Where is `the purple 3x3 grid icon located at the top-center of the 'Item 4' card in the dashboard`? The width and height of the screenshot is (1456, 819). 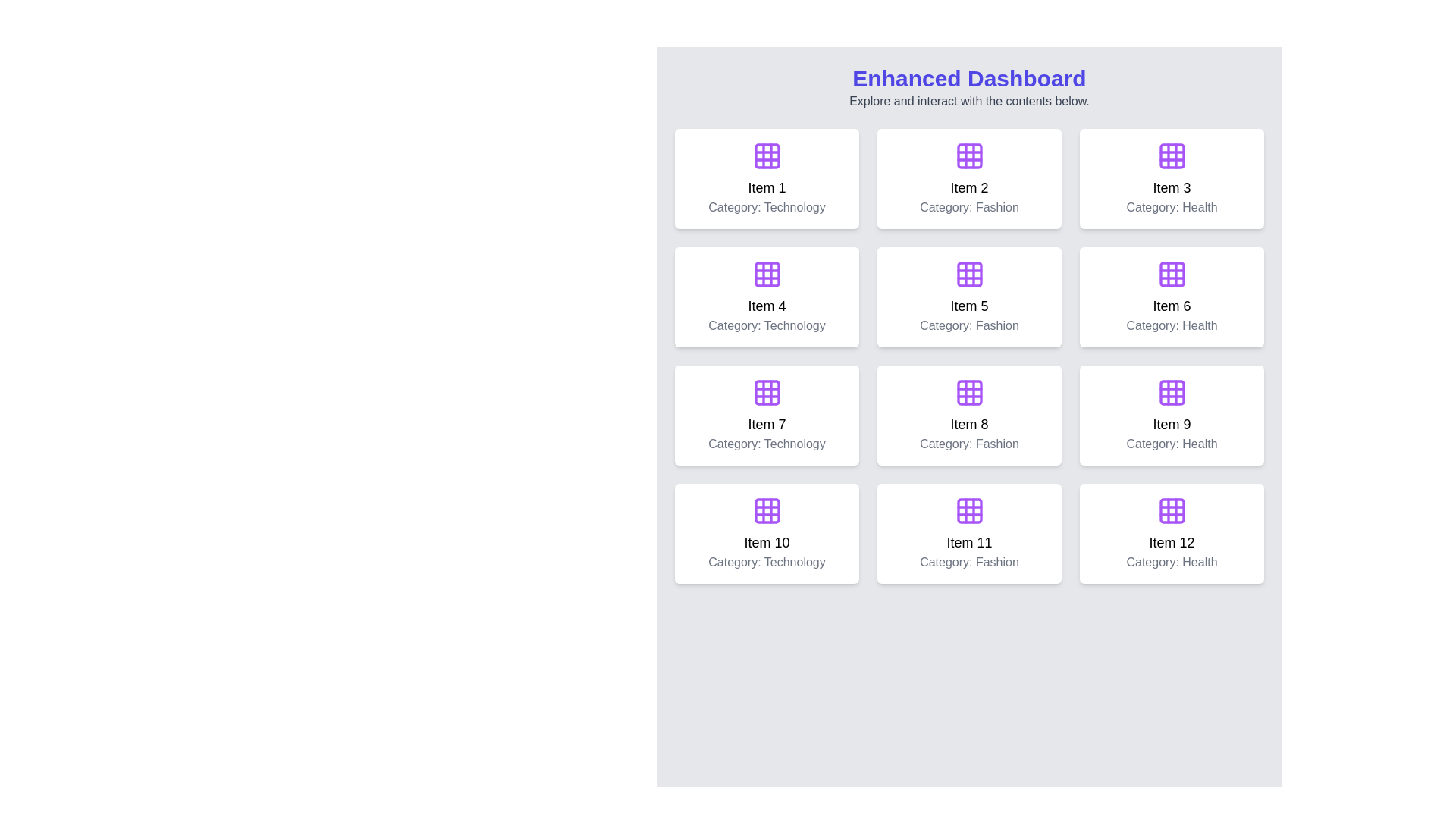
the purple 3x3 grid icon located at the top-center of the 'Item 4' card in the dashboard is located at coordinates (767, 275).